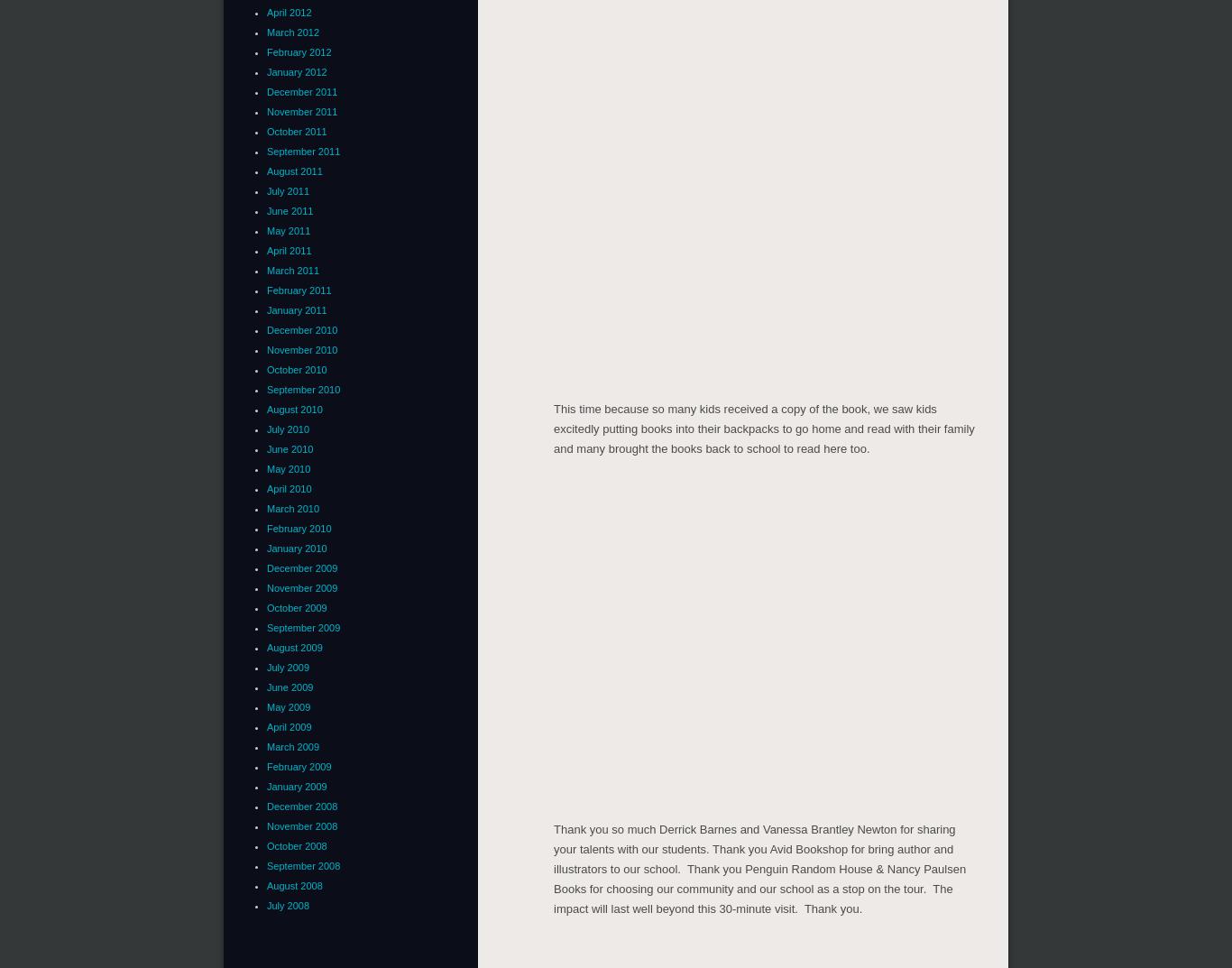 The height and width of the screenshot is (968, 1232). Describe the element at coordinates (301, 109) in the screenshot. I see `'November 2011'` at that location.